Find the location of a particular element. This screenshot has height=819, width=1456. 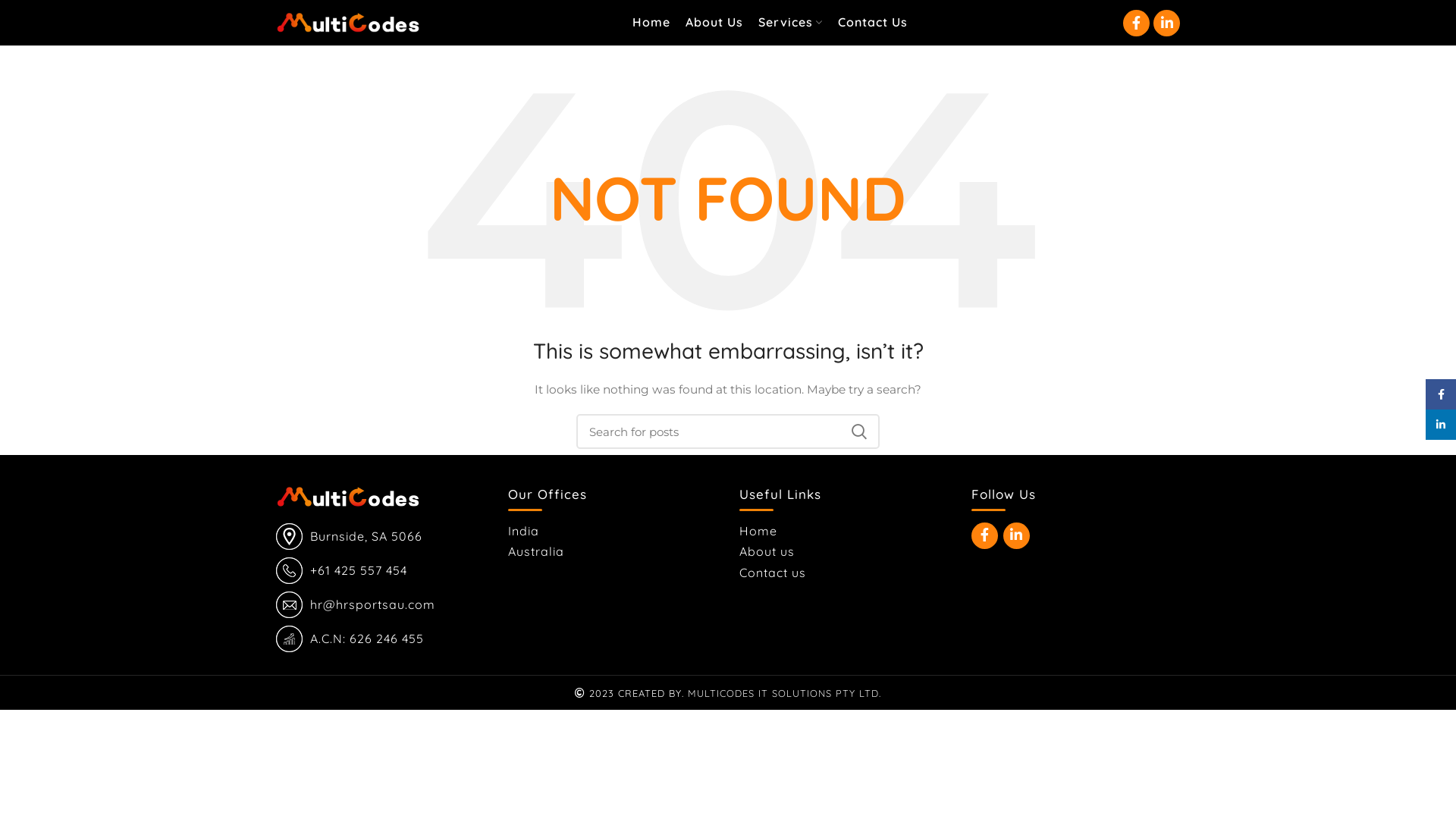

'India' is located at coordinates (508, 529).